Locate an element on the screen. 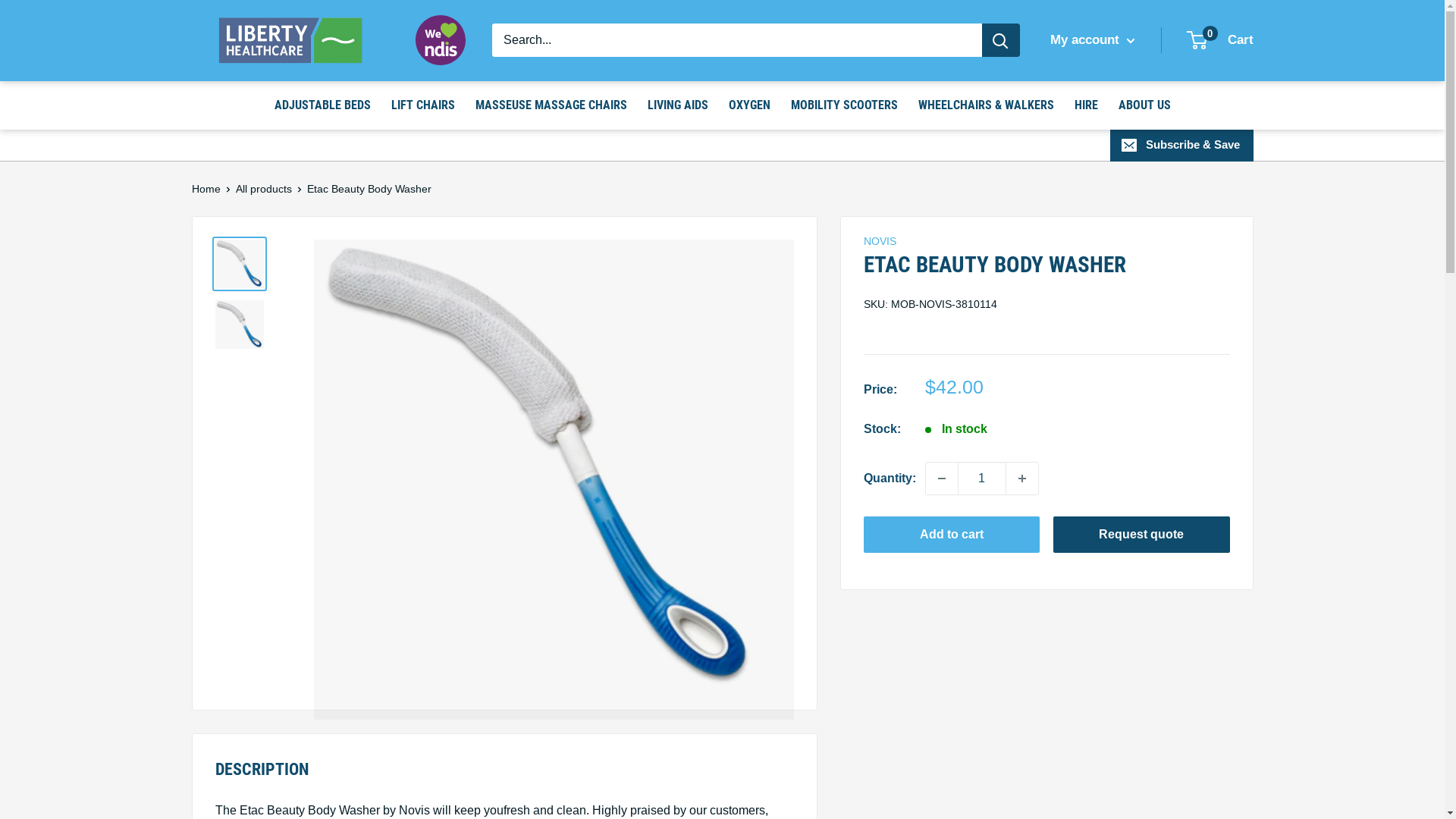  'All products' is located at coordinates (262, 188).